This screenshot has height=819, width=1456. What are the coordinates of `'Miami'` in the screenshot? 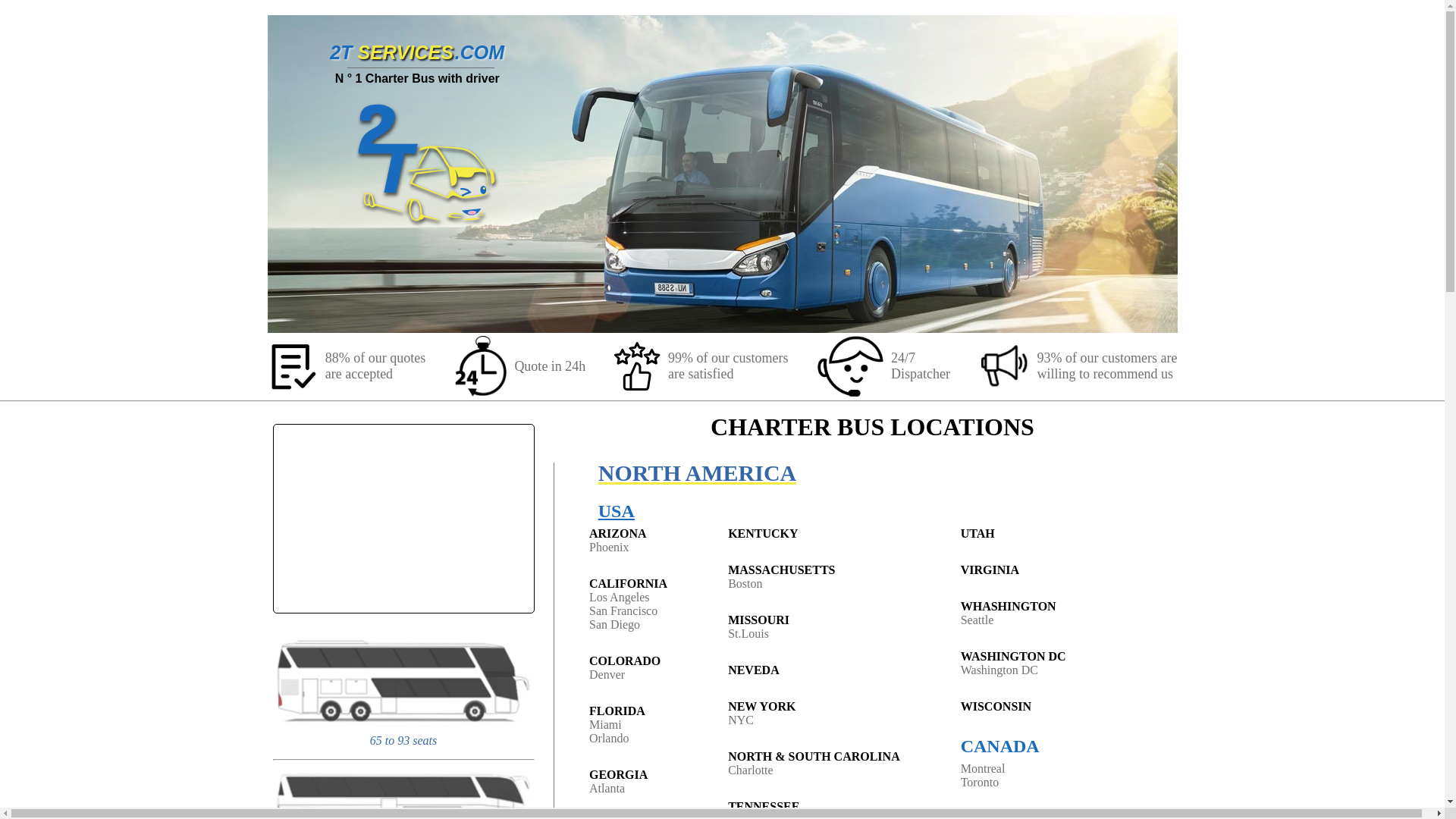 It's located at (604, 723).